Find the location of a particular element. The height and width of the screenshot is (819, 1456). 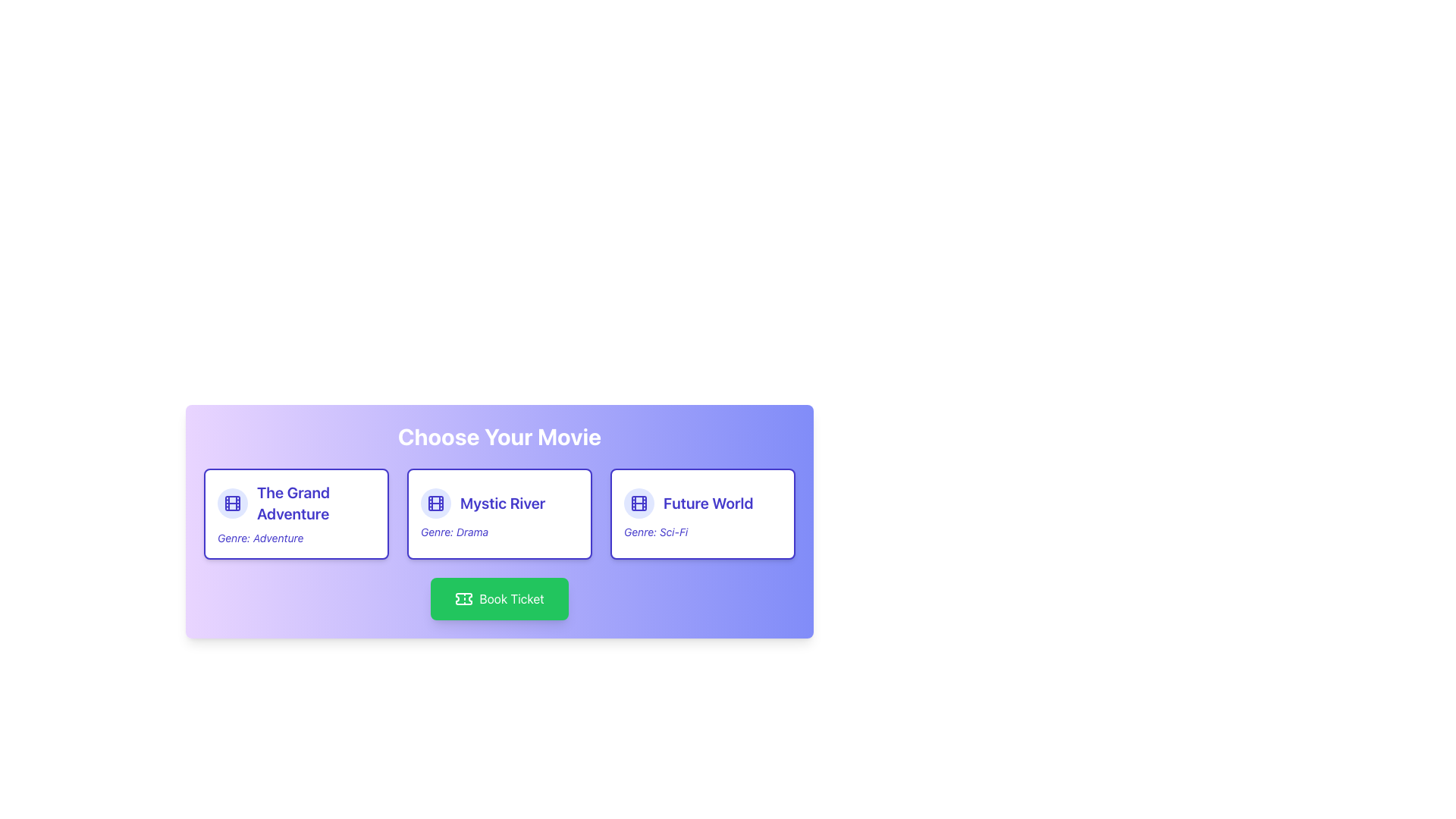

the movie icon representing 'Mystic River' located in the top-left of the central card is located at coordinates (435, 503).